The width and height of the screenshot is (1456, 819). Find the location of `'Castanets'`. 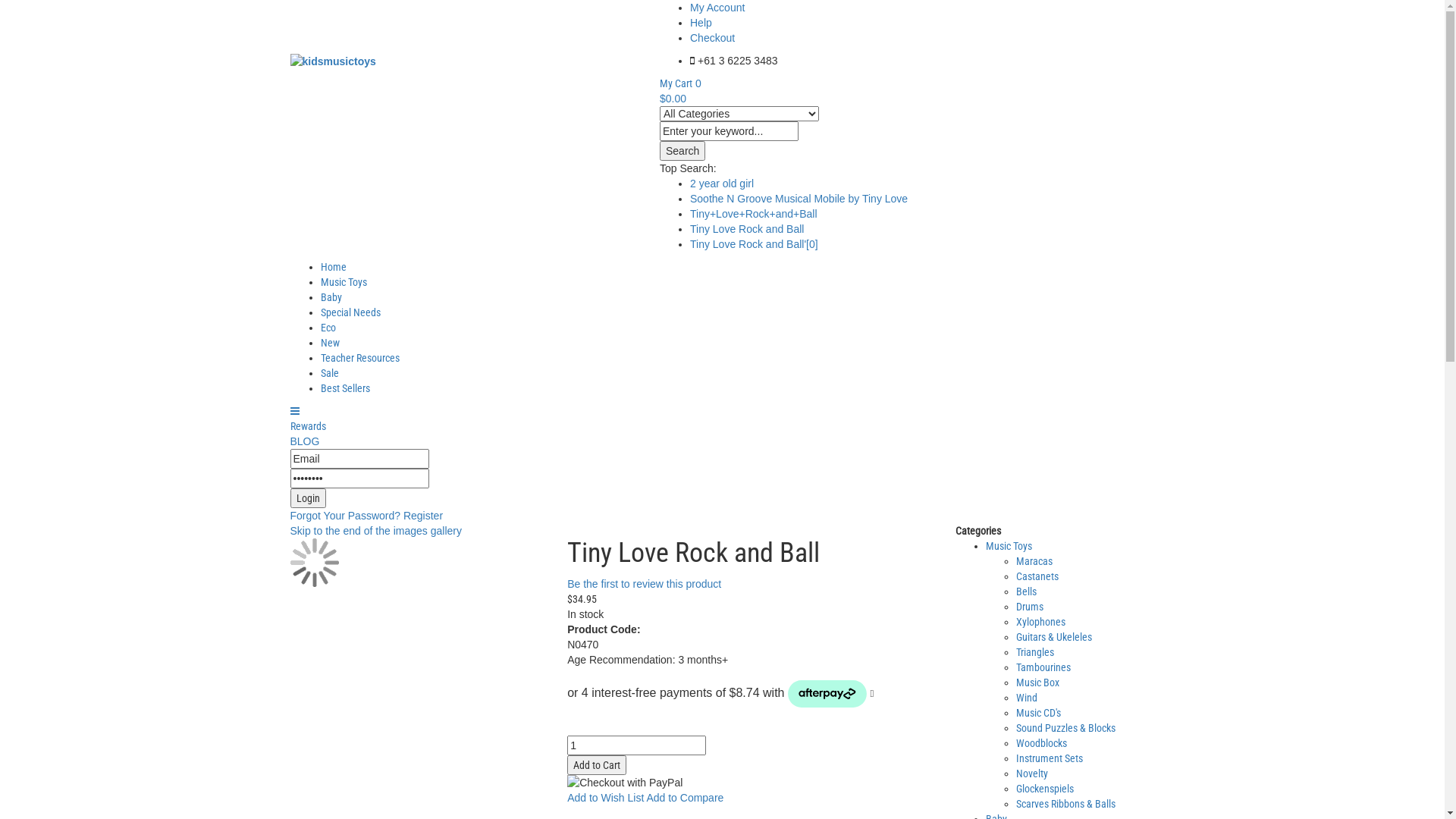

'Castanets' is located at coordinates (1037, 576).